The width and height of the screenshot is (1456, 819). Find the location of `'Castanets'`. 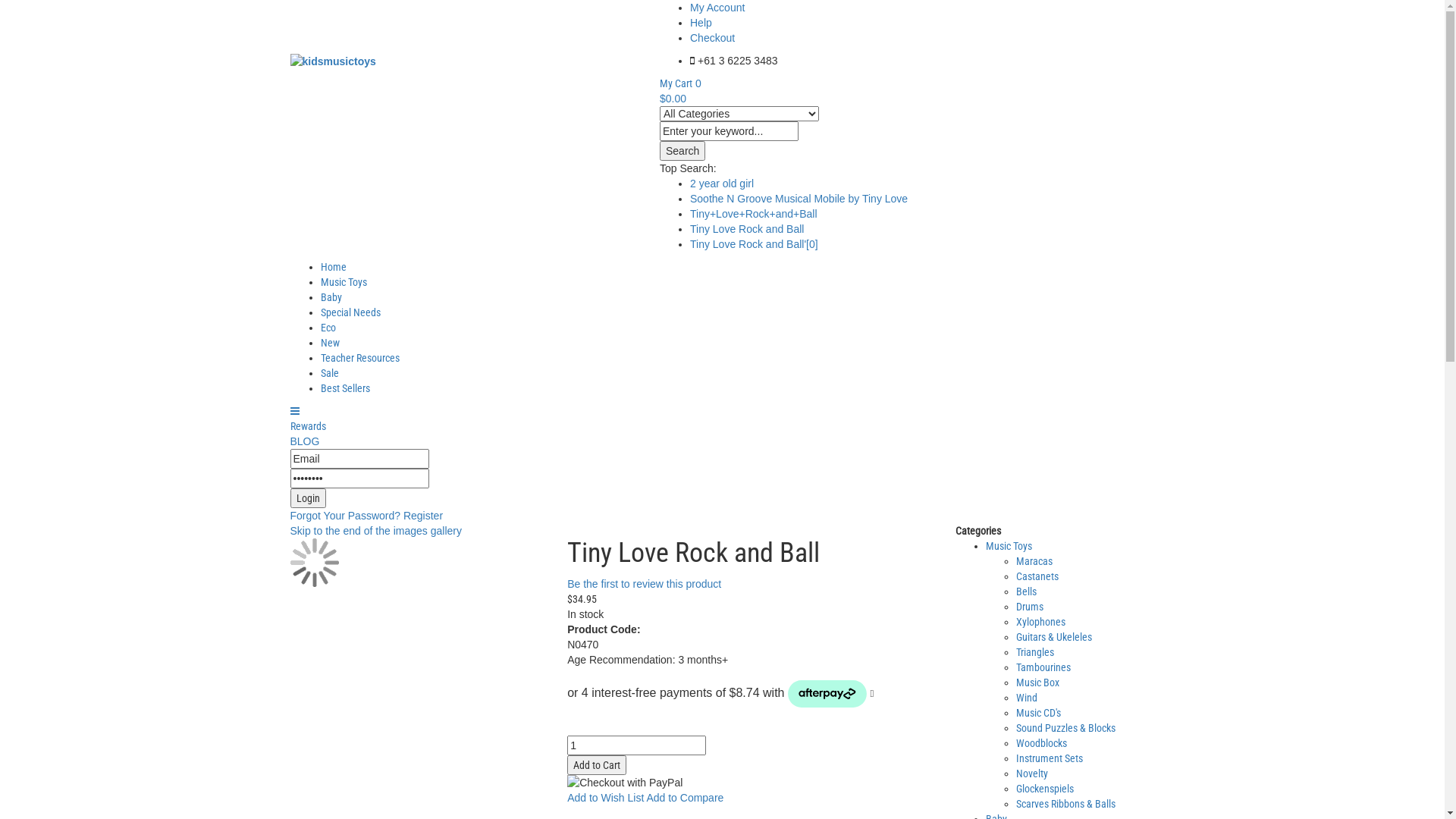

'Castanets' is located at coordinates (1037, 576).